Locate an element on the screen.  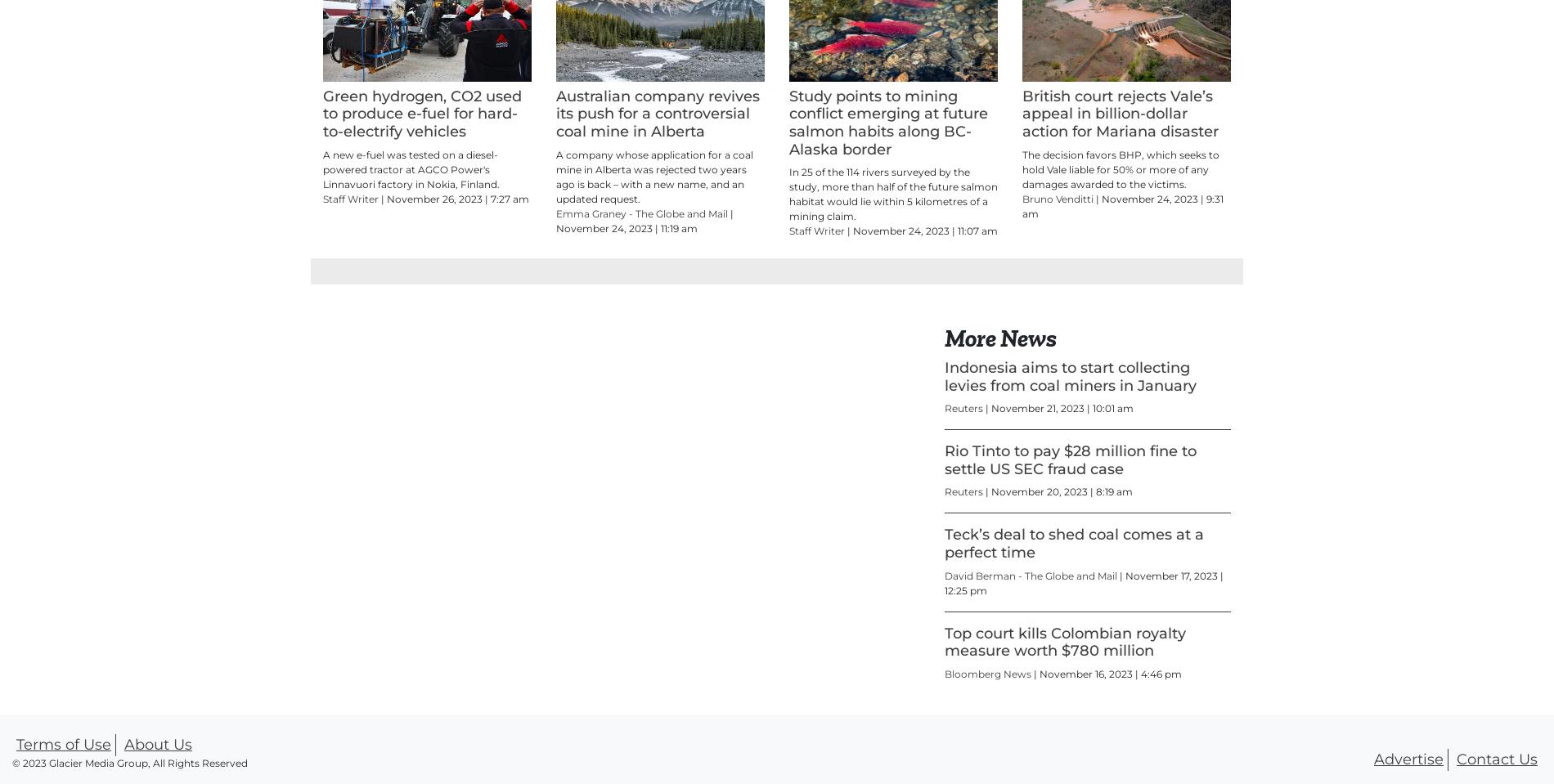
'A company whose application for a coal mine in Alberta was rejected two years ago is back – with a new name, and an updated request.' is located at coordinates (653, 249).